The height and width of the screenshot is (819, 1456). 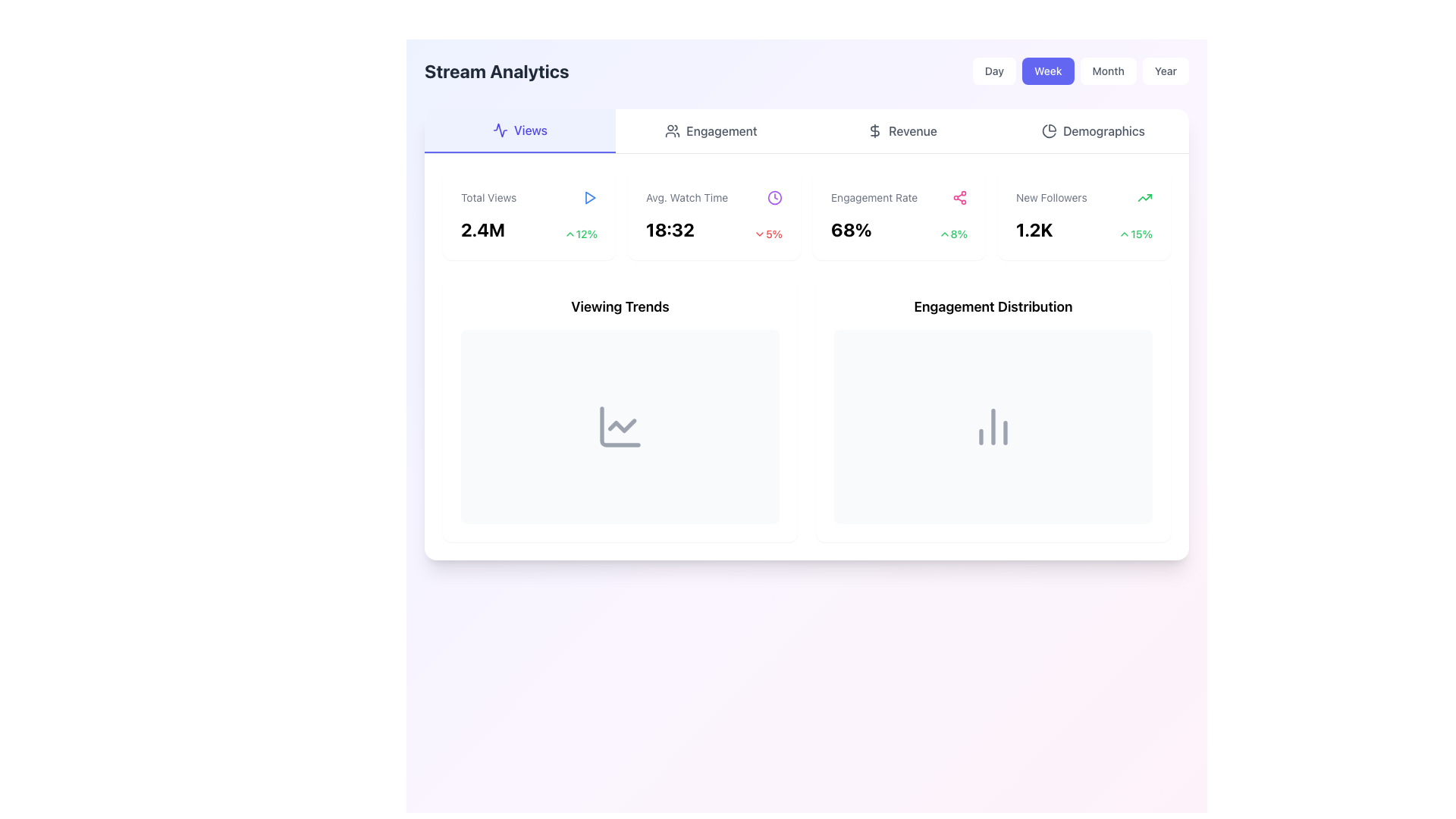 What do you see at coordinates (620, 427) in the screenshot?
I see `the gray line chart icon located in the 'Viewing Trends' section of the dashboard interface` at bounding box center [620, 427].